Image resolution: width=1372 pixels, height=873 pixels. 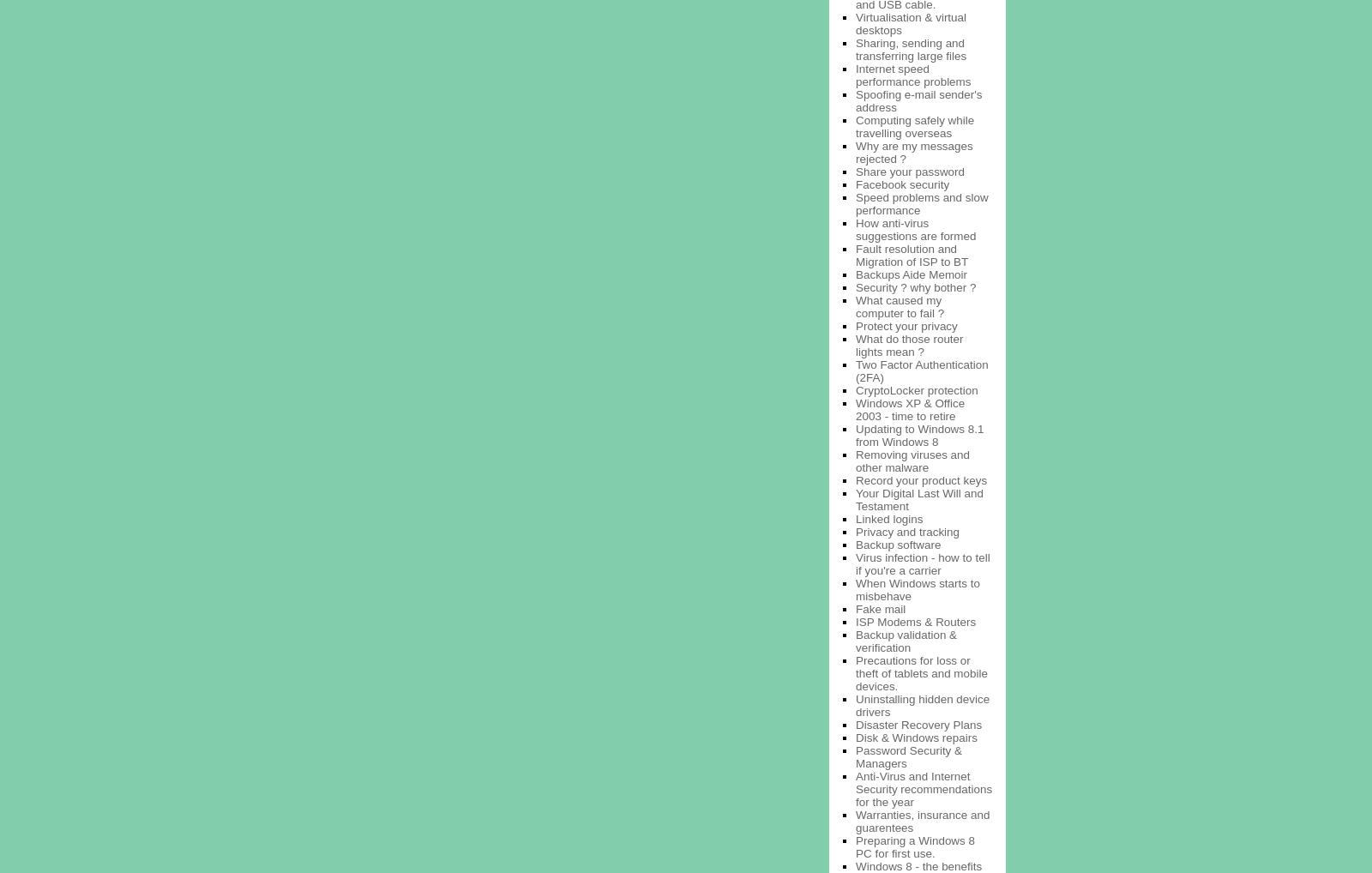 What do you see at coordinates (910, 171) in the screenshot?
I see `'Share your password'` at bounding box center [910, 171].